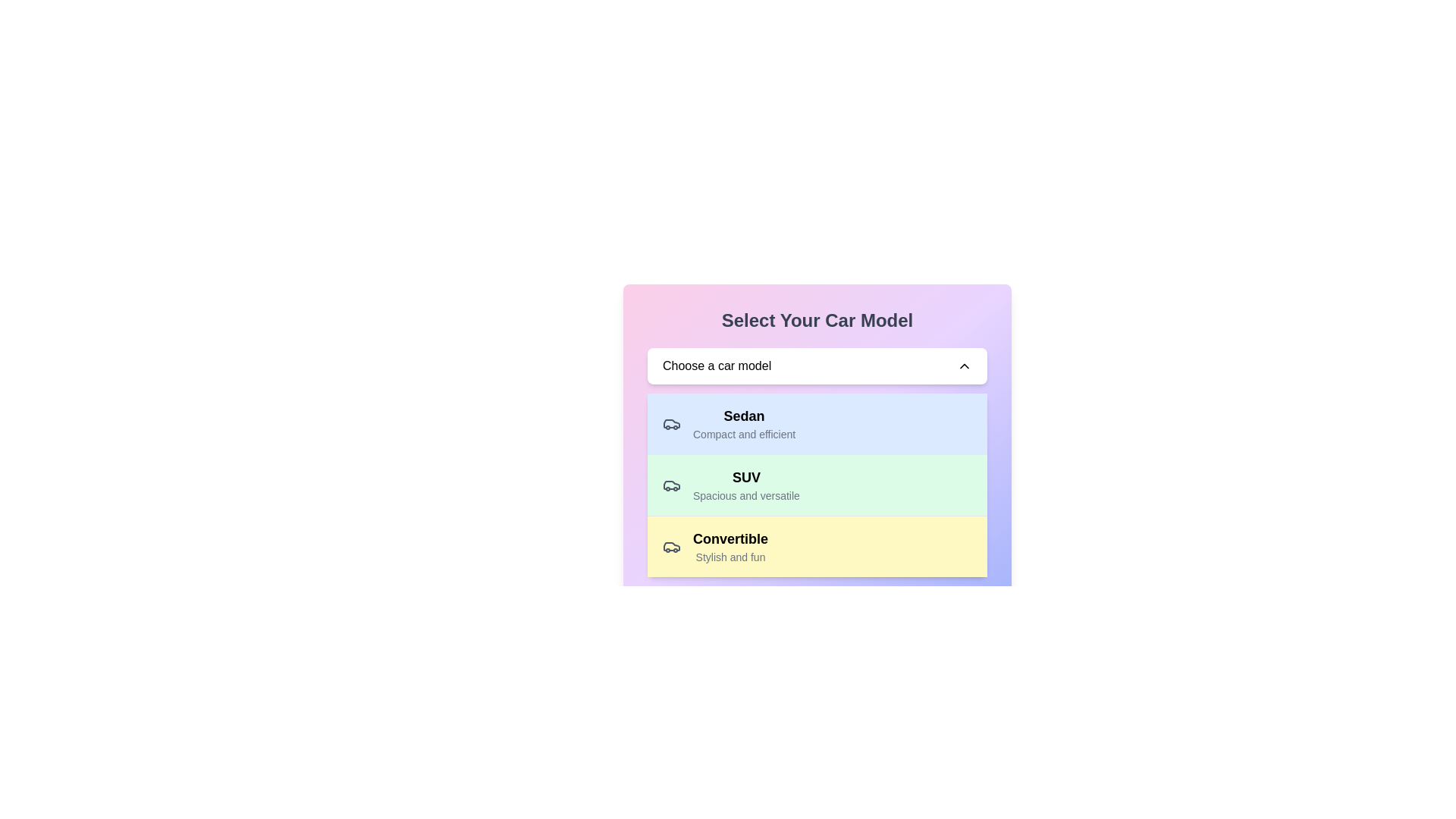  Describe the element at coordinates (744, 416) in the screenshot. I see `the Text Label that describes the car type selection, located above the text 'Compact and efficient' in the dropdown panel` at that location.